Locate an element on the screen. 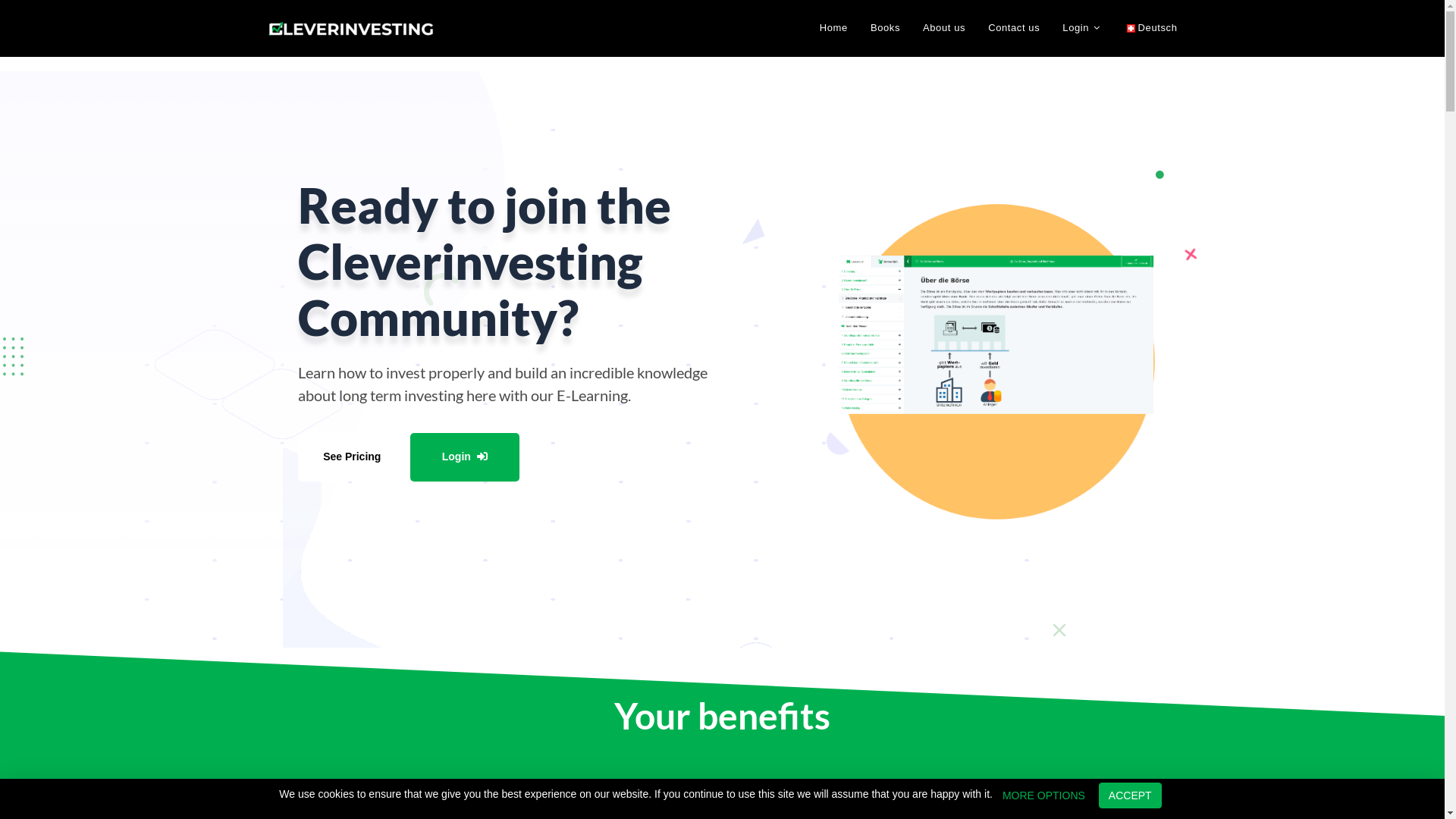  'MORE OPTIONS' is located at coordinates (1043, 795).